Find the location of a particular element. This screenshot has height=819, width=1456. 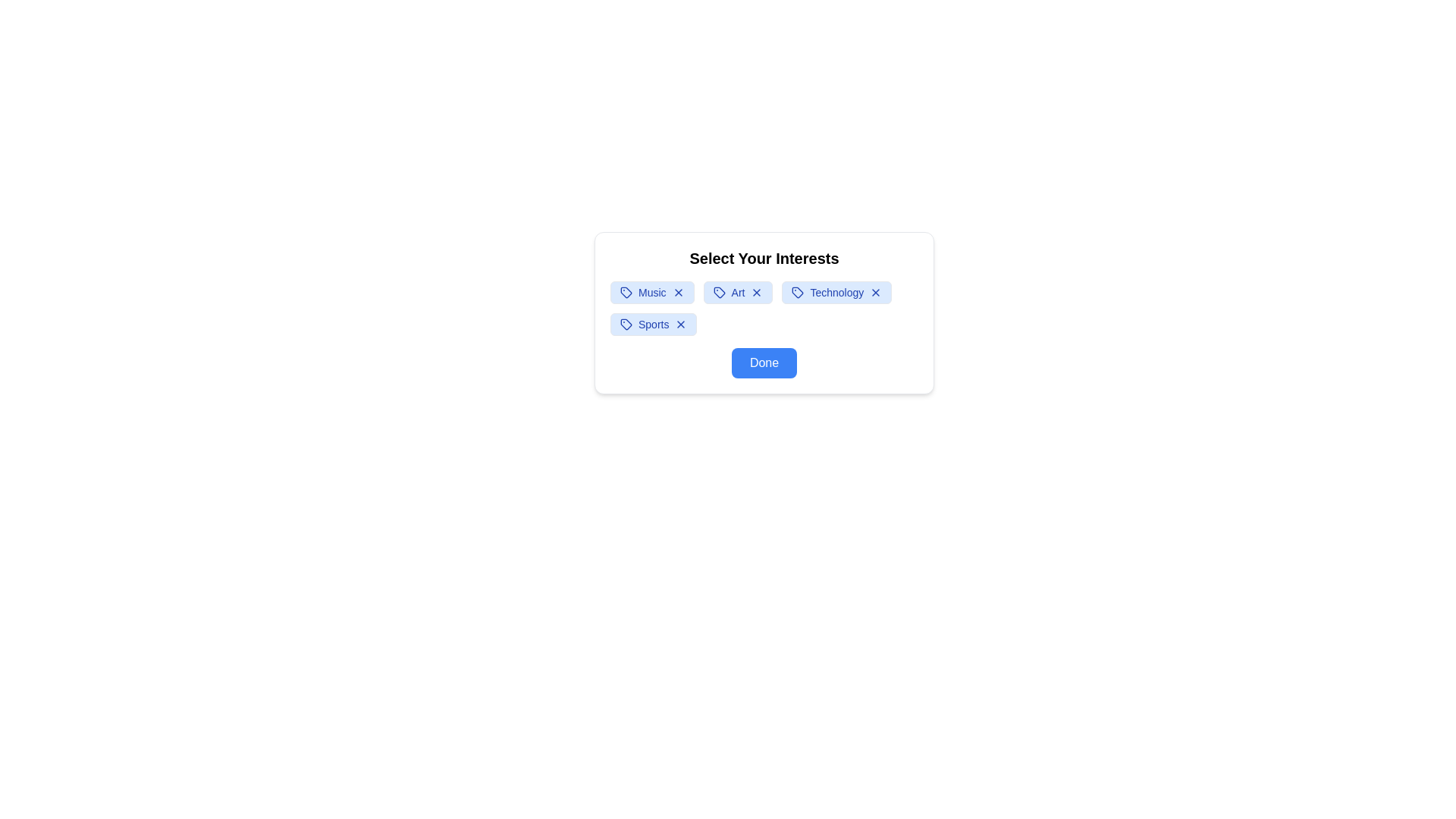

'Done' button to complete the selection of interests is located at coordinates (764, 362).